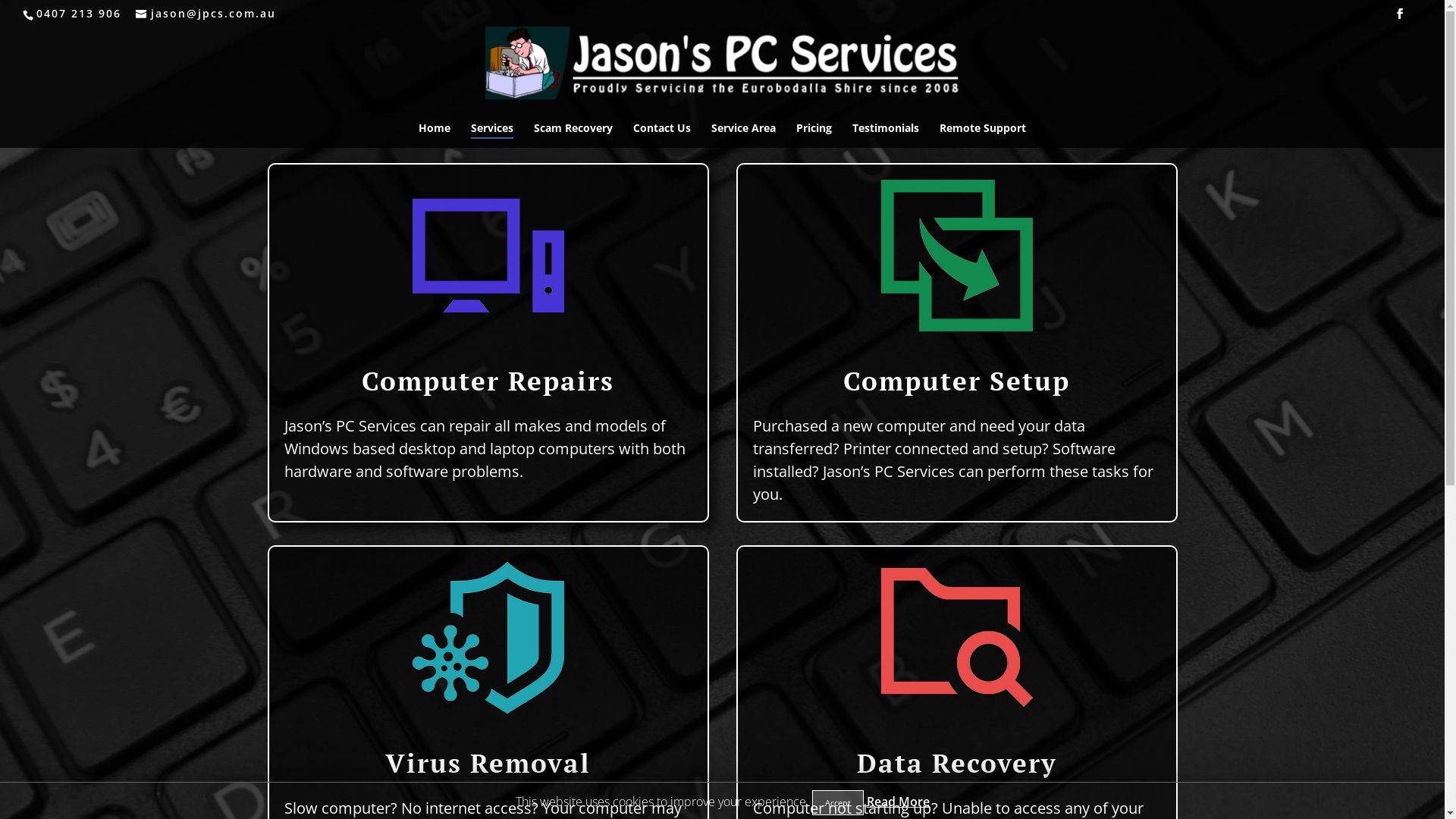  I want to click on 'Services', so click(491, 133).